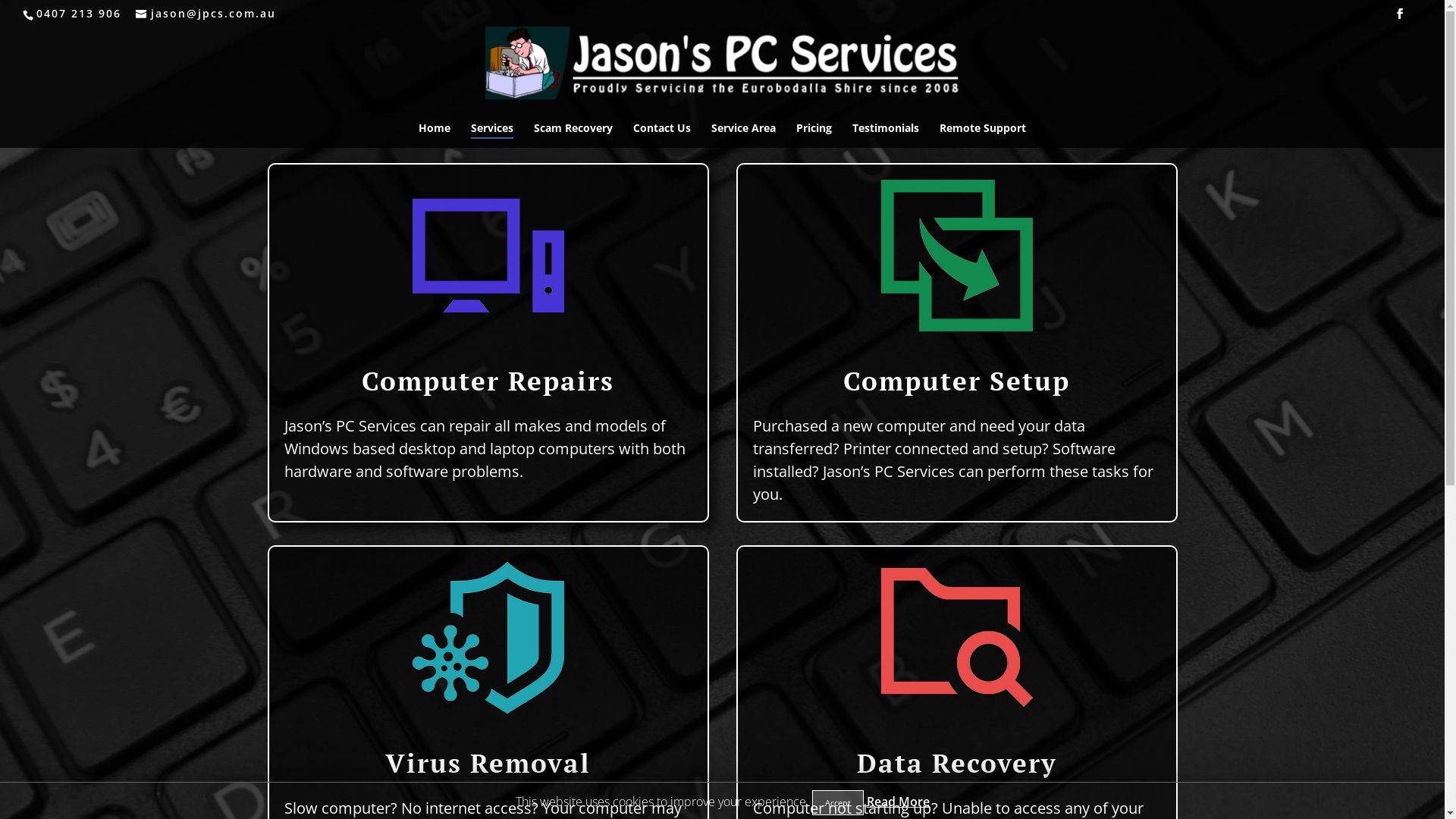  I want to click on 'Services', so click(491, 133).